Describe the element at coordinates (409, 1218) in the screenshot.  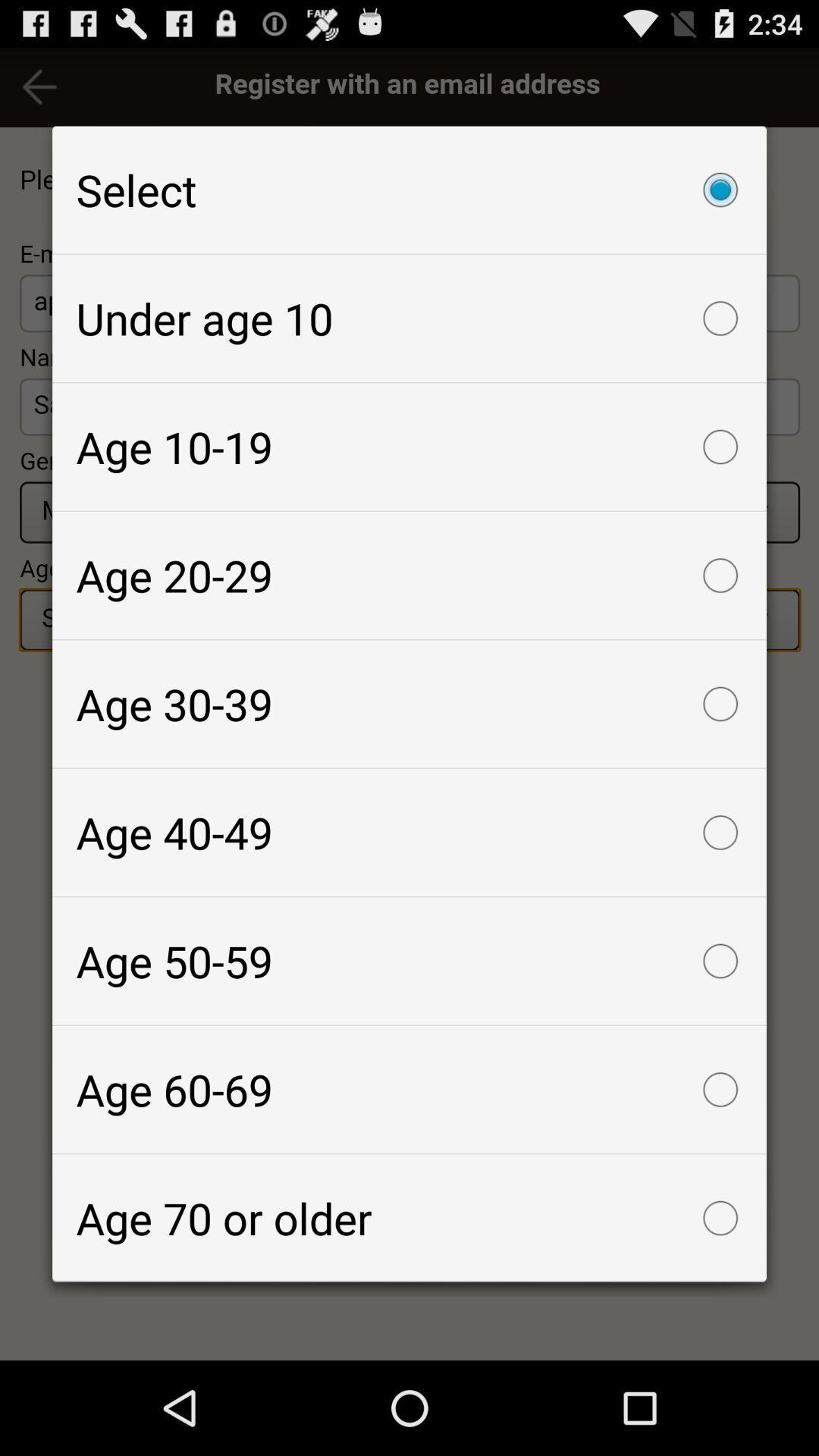
I see `age 70 or icon` at that location.